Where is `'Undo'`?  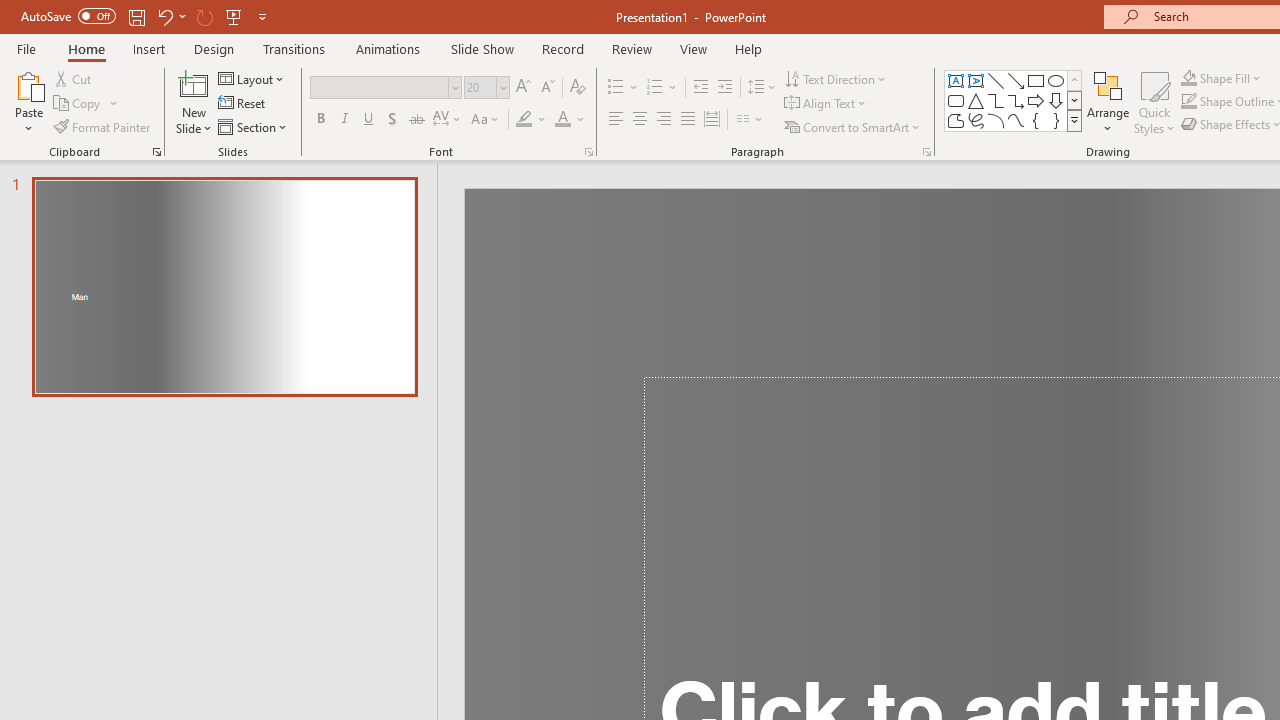
'Undo' is located at coordinates (170, 16).